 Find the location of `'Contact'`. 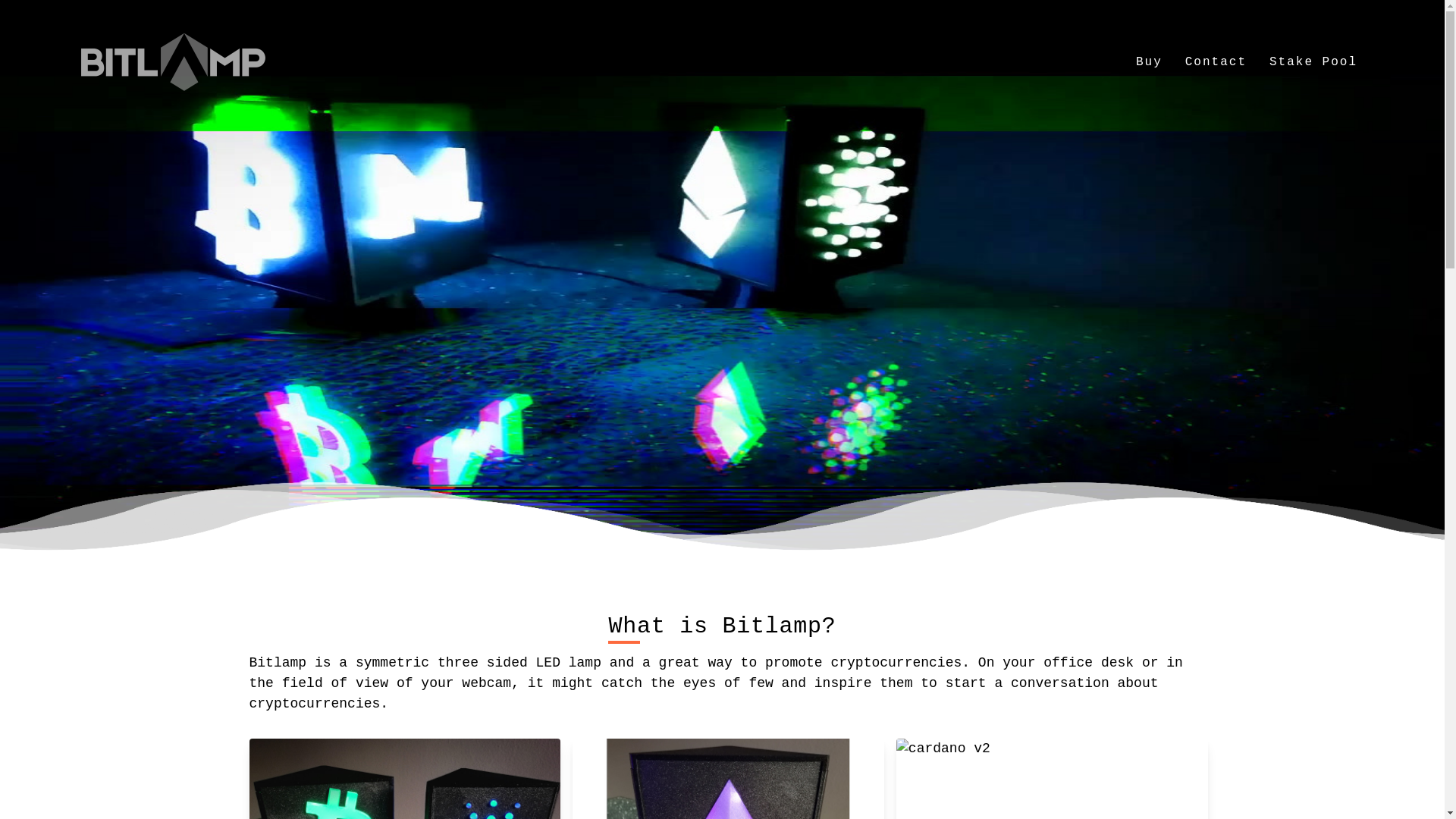

'Contact' is located at coordinates (1216, 61).